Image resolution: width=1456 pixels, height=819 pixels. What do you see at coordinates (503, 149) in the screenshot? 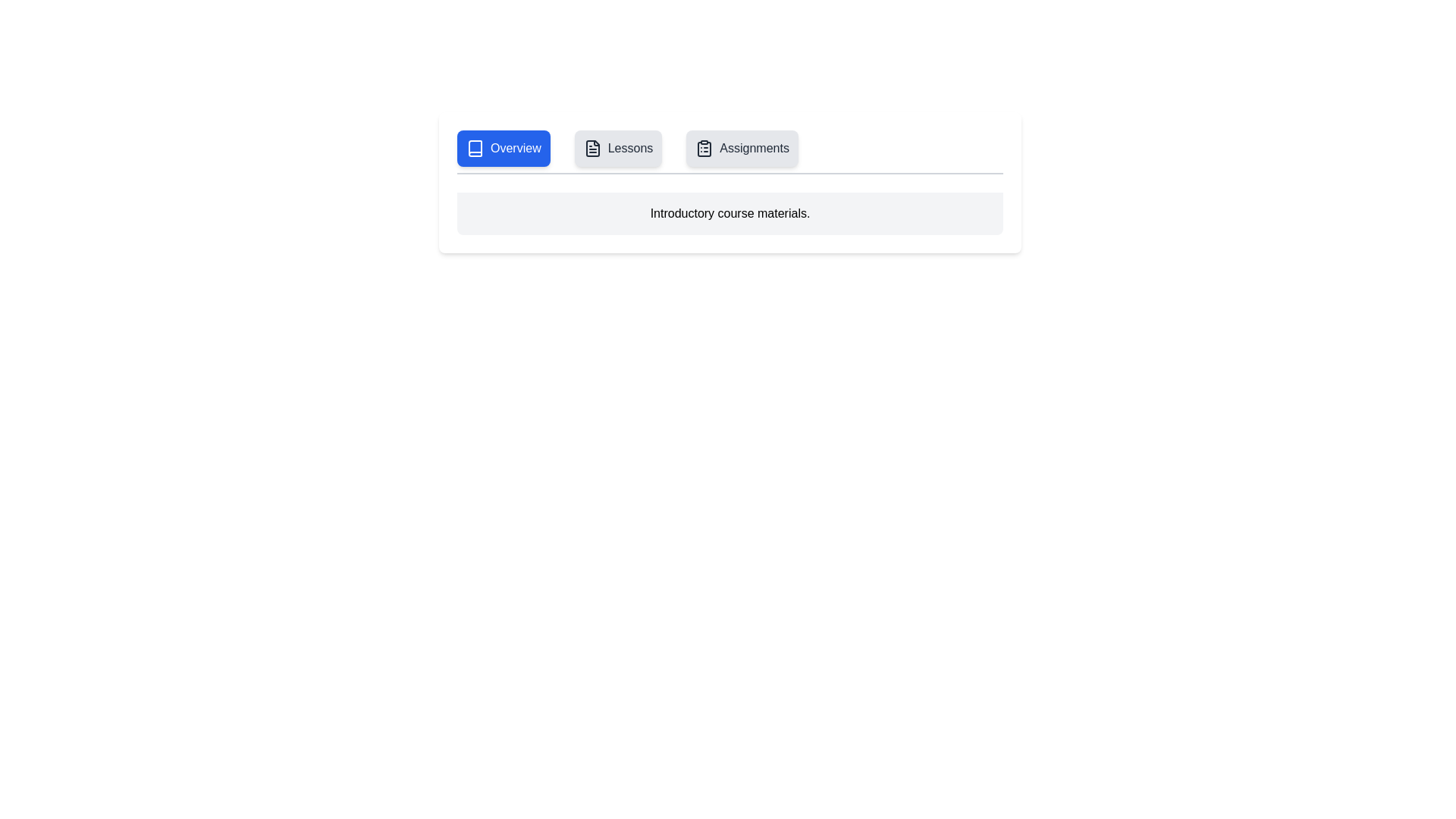
I see `the Overview tab` at bounding box center [503, 149].